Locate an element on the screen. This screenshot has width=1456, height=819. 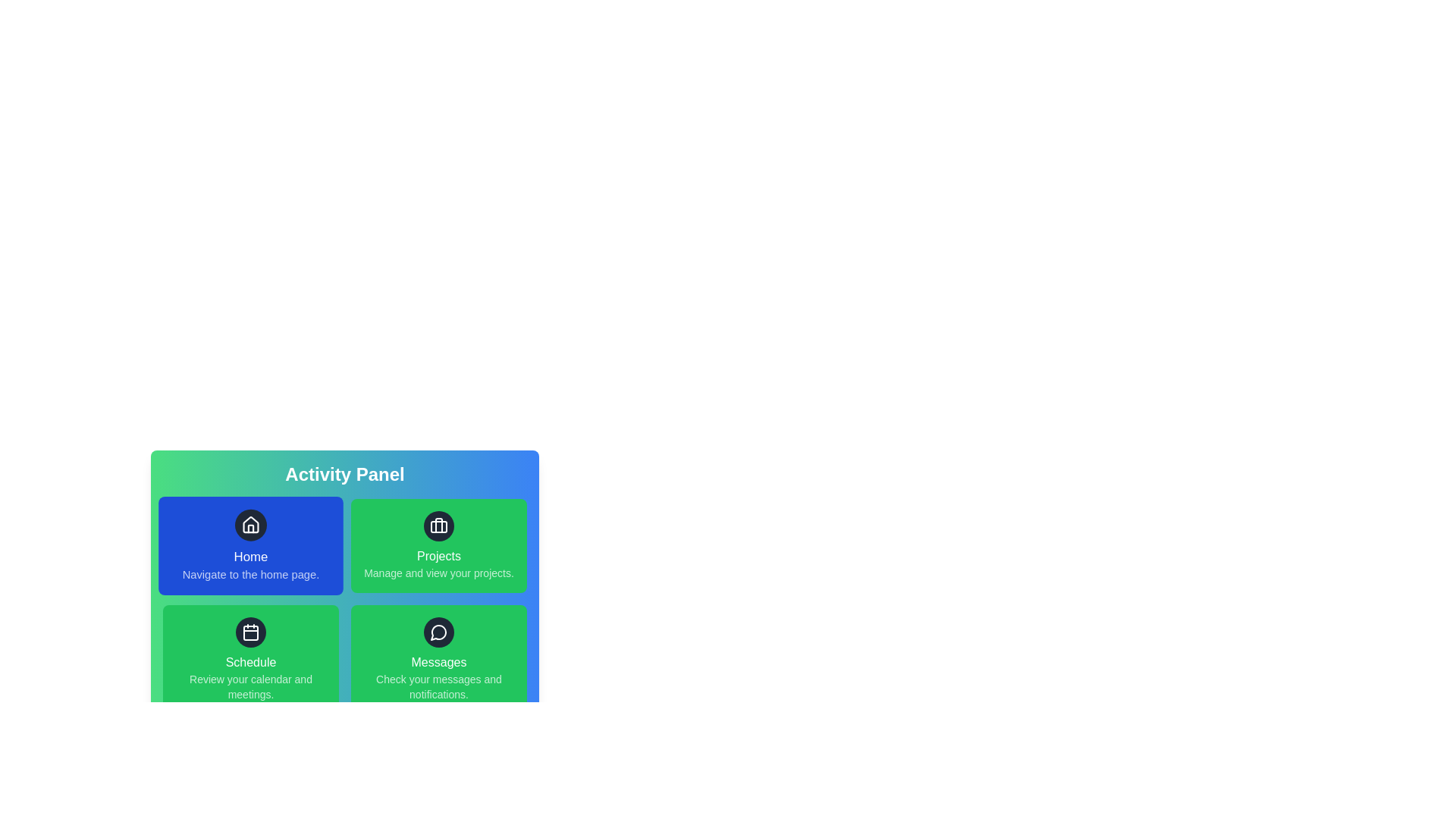
the Projects item in the Activity Panel is located at coordinates (438, 546).